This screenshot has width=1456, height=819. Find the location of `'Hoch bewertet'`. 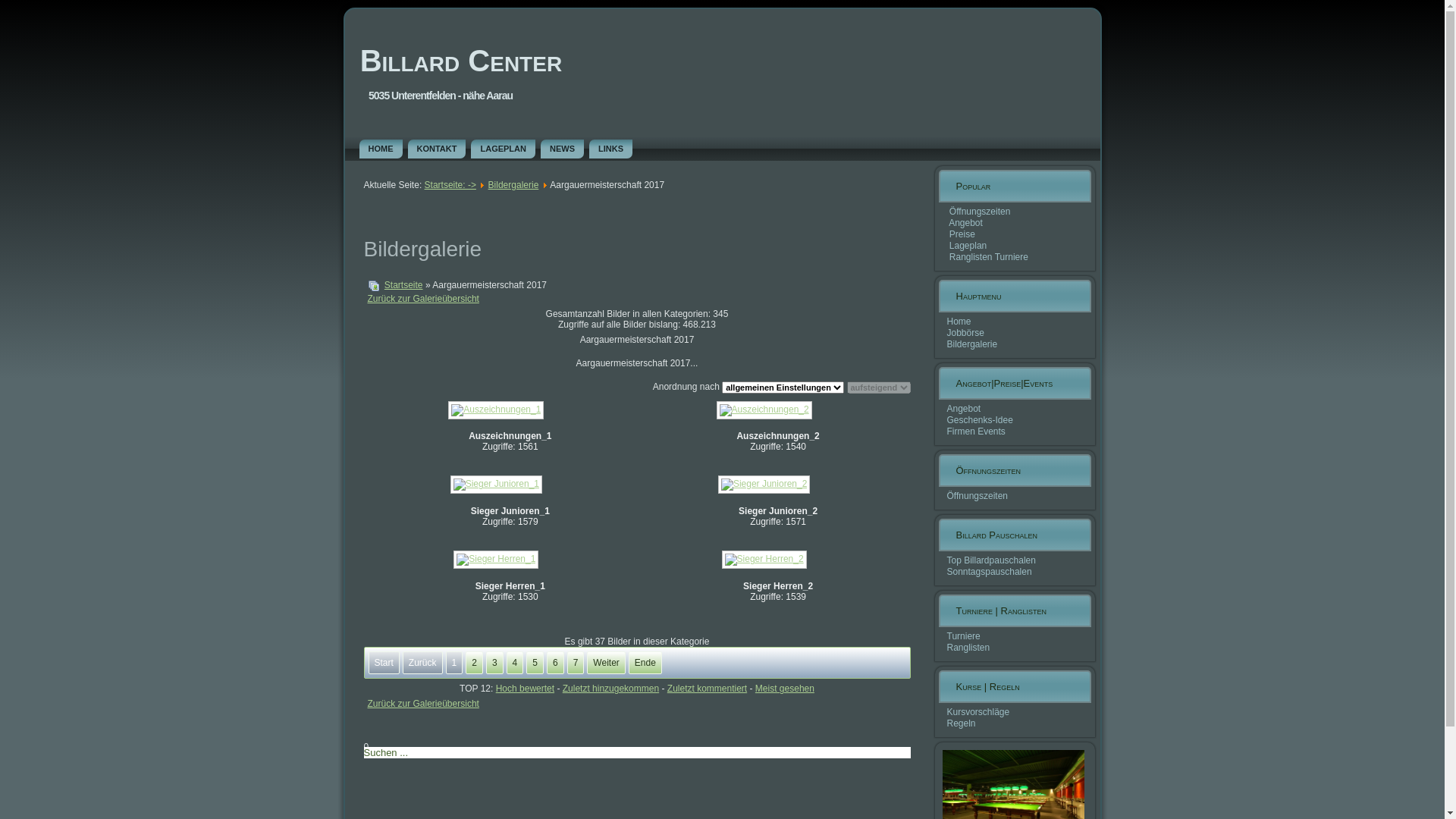

'Hoch bewertet' is located at coordinates (525, 688).